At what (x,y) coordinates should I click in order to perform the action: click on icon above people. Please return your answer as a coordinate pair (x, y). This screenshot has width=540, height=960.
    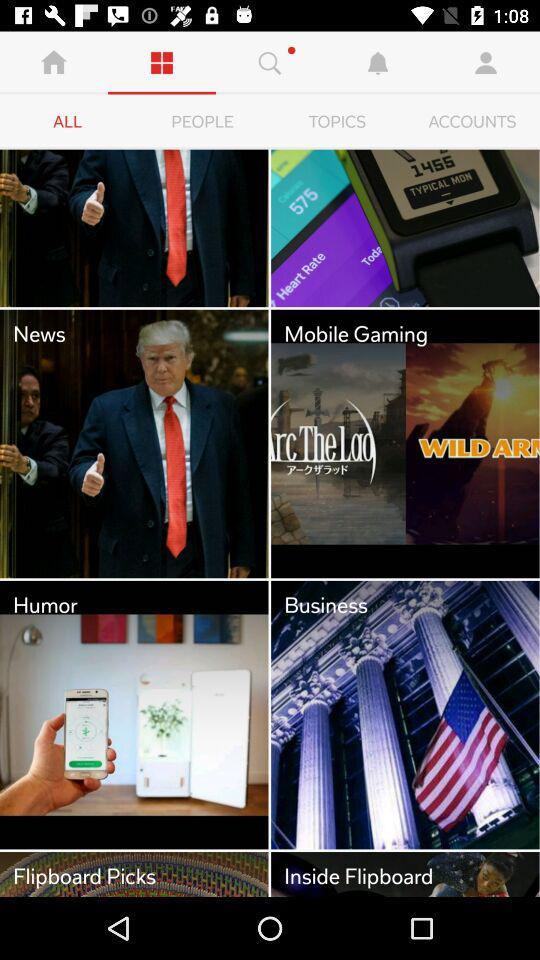
    Looking at the image, I should click on (270, 62).